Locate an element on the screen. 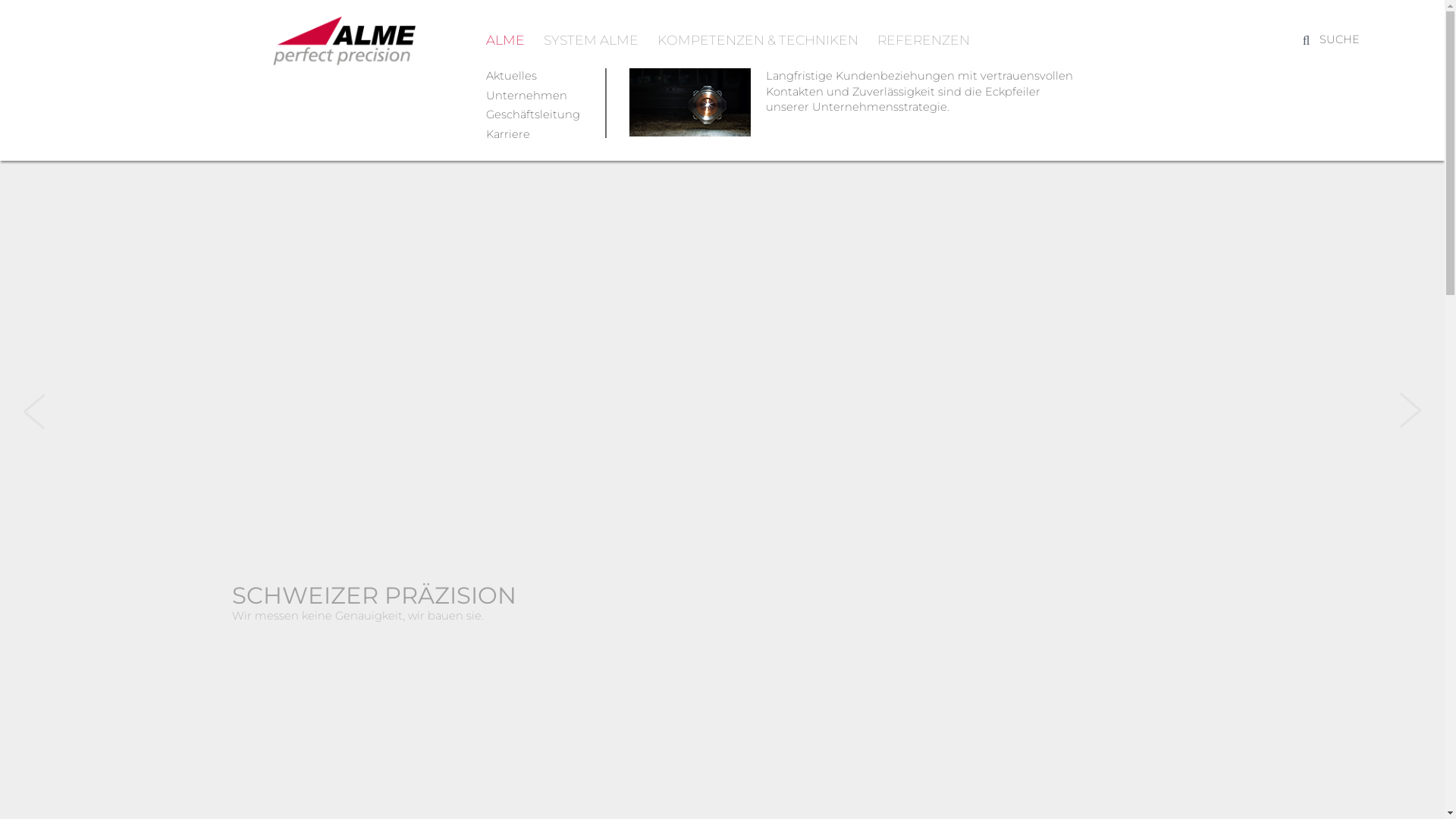 Image resolution: width=1456 pixels, height=819 pixels. 'REFERENZEN' is located at coordinates (922, 39).